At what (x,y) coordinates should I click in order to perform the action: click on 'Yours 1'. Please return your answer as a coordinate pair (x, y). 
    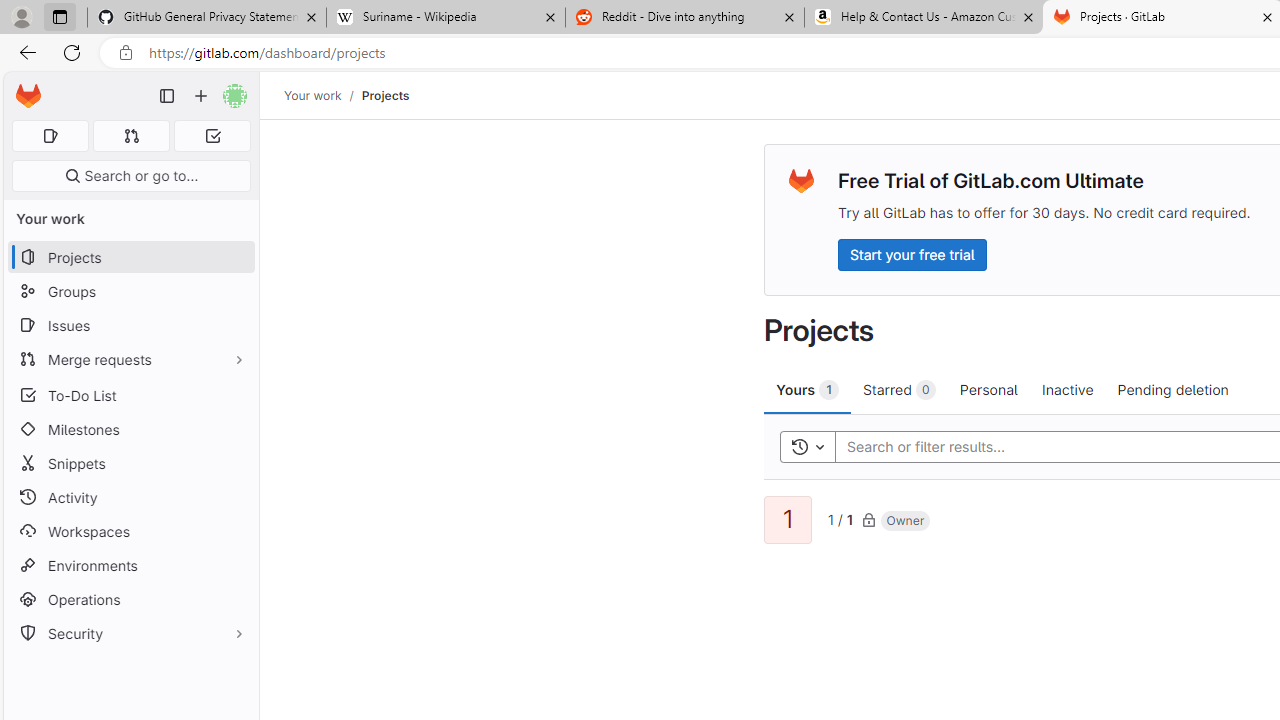
    Looking at the image, I should click on (808, 389).